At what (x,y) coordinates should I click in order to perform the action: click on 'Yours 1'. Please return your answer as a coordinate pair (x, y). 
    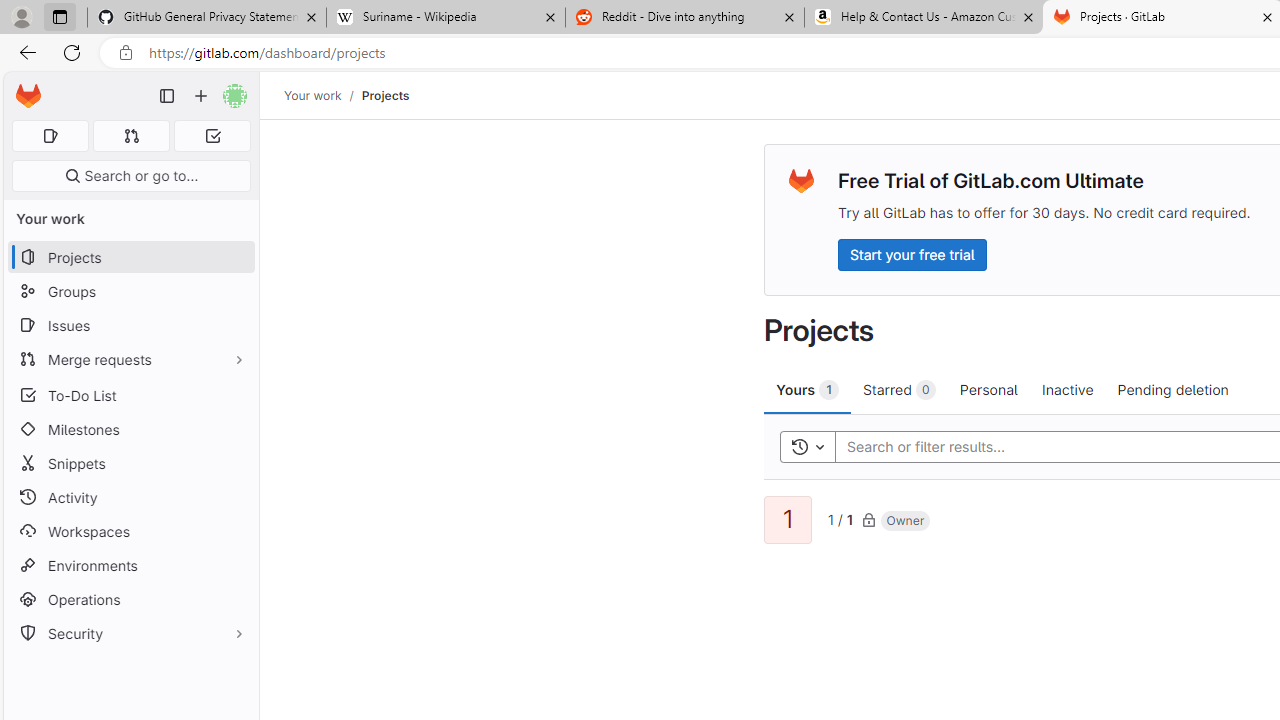
    Looking at the image, I should click on (808, 389).